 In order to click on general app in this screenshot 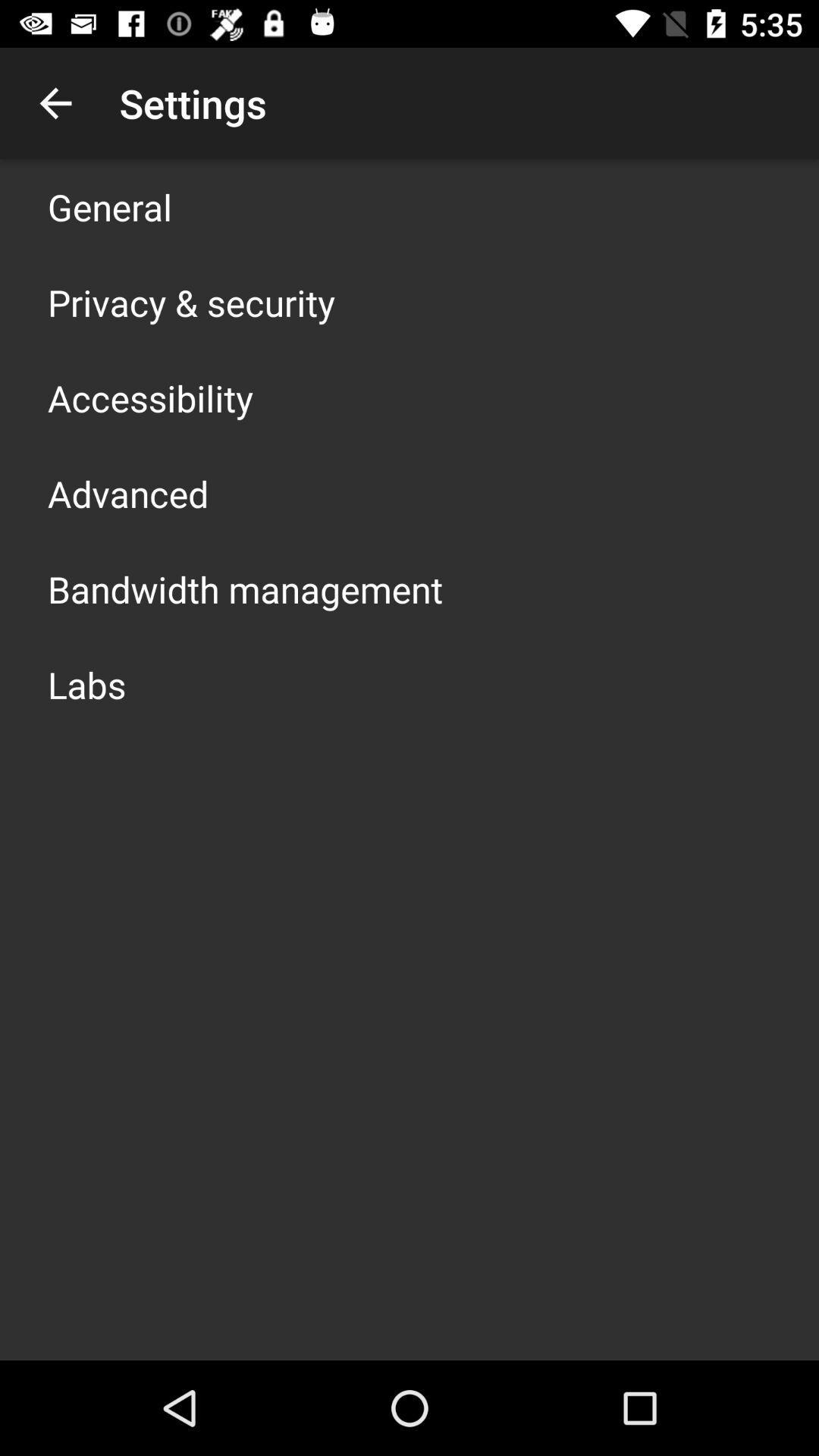, I will do `click(109, 206)`.